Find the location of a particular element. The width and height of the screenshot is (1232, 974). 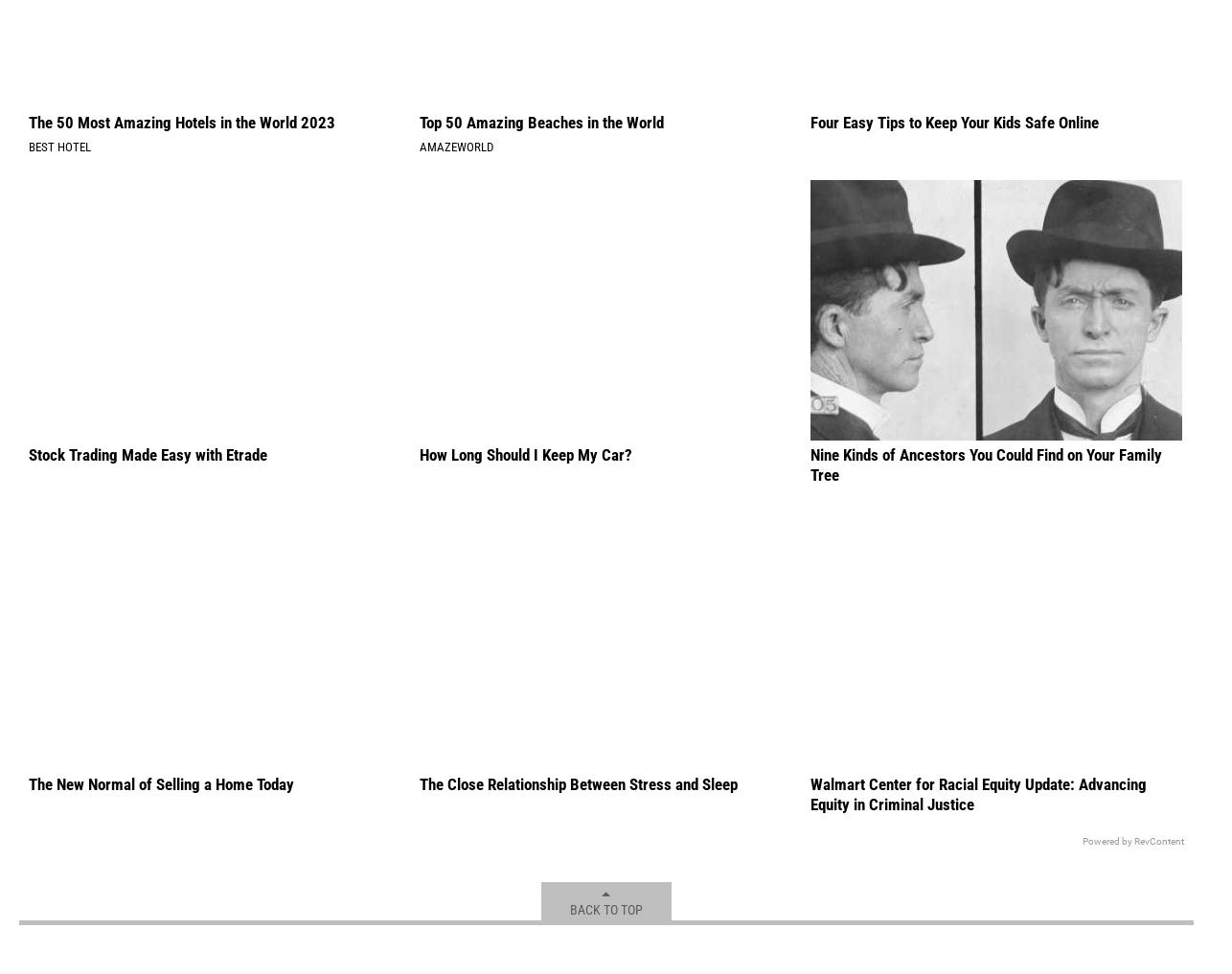

'Nine Kinds of Ancestors You Could Find on Your Family Tree' is located at coordinates (810, 747).